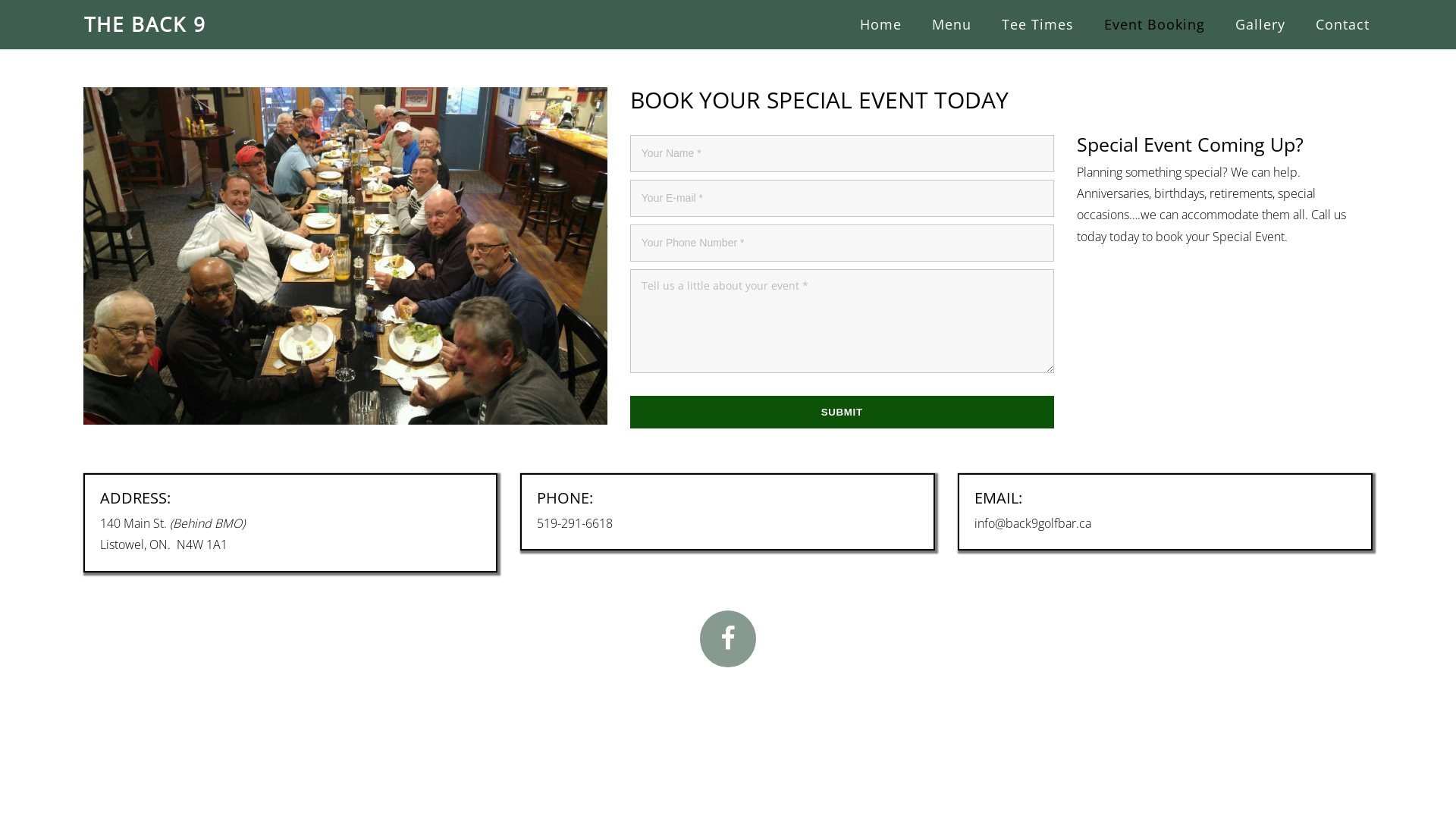 This screenshot has height=819, width=1456. I want to click on 'Event Booking', so click(1153, 24).